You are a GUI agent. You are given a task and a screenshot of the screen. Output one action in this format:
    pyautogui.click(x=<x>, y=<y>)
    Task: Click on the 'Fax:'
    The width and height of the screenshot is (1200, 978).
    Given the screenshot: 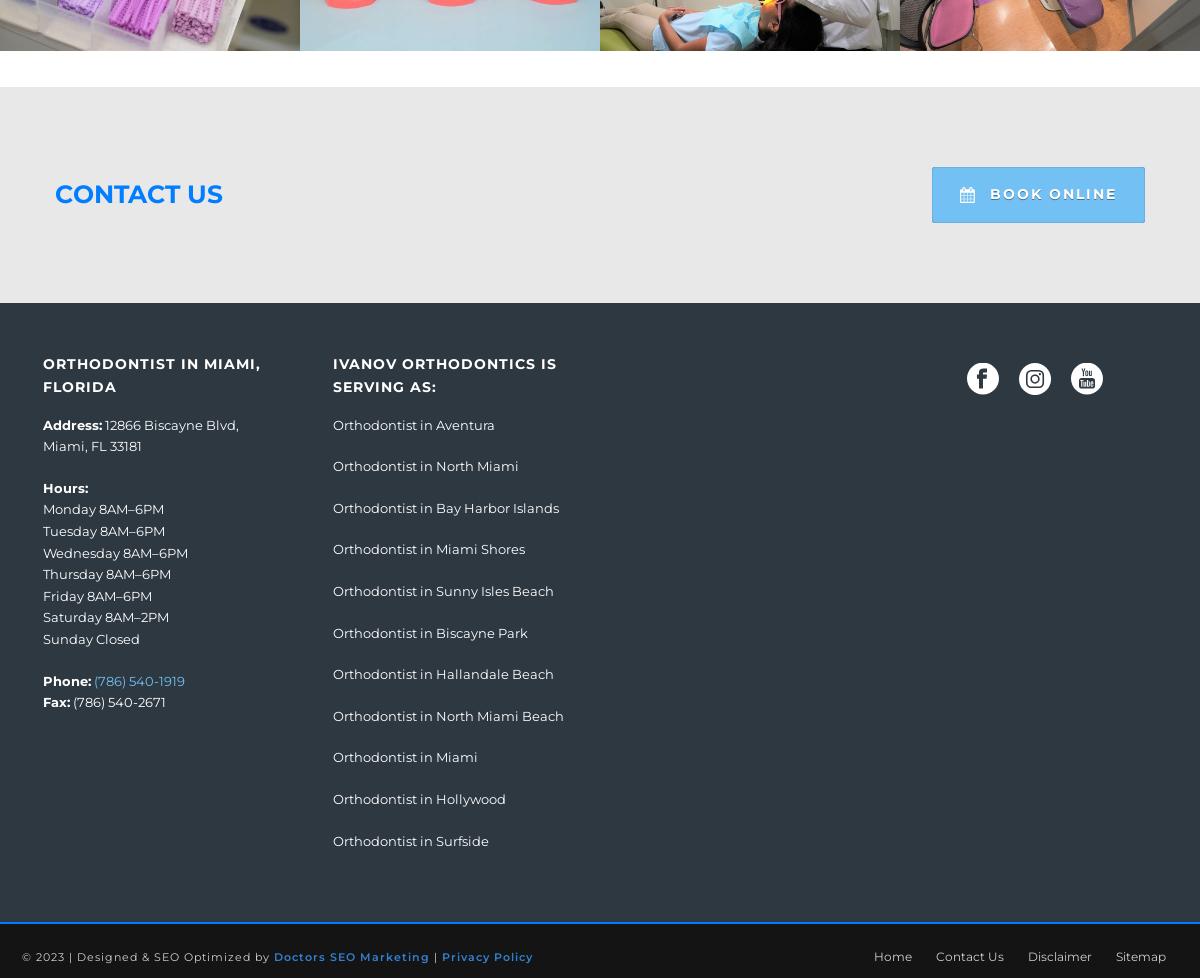 What is the action you would take?
    pyautogui.click(x=56, y=702)
    